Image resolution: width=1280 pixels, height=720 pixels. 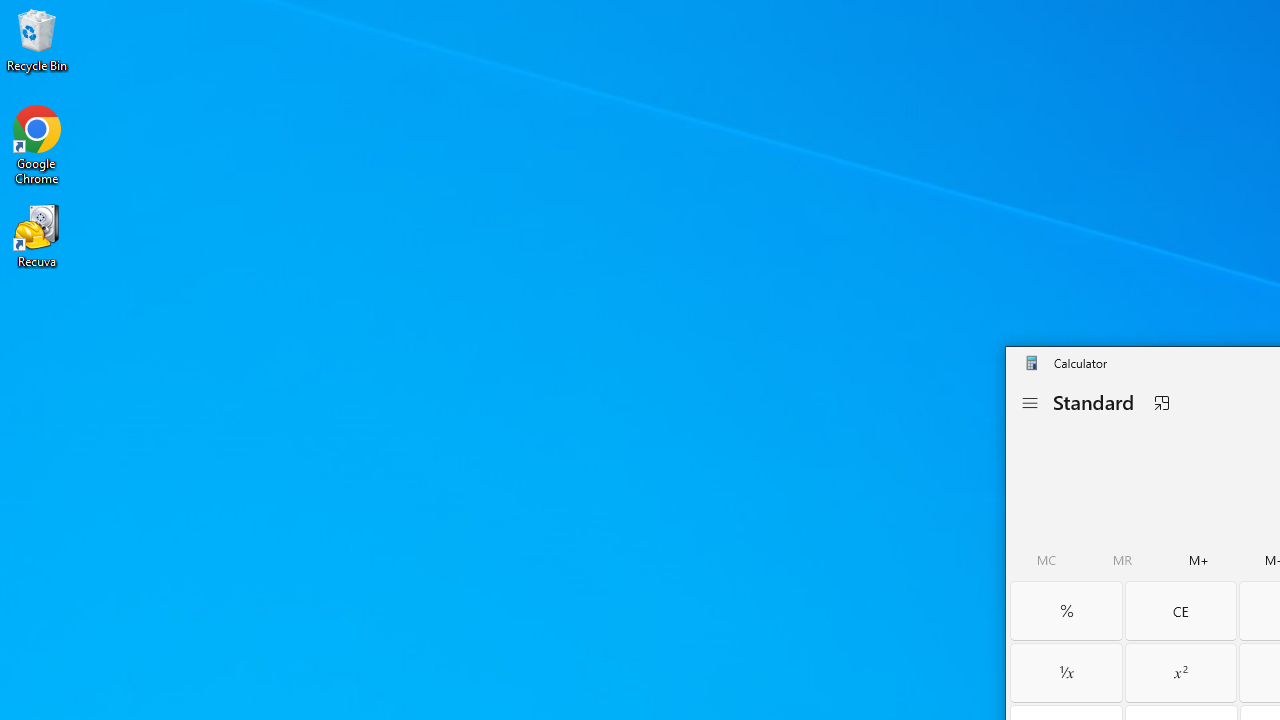 What do you see at coordinates (1180, 672) in the screenshot?
I see `'Square'` at bounding box center [1180, 672].